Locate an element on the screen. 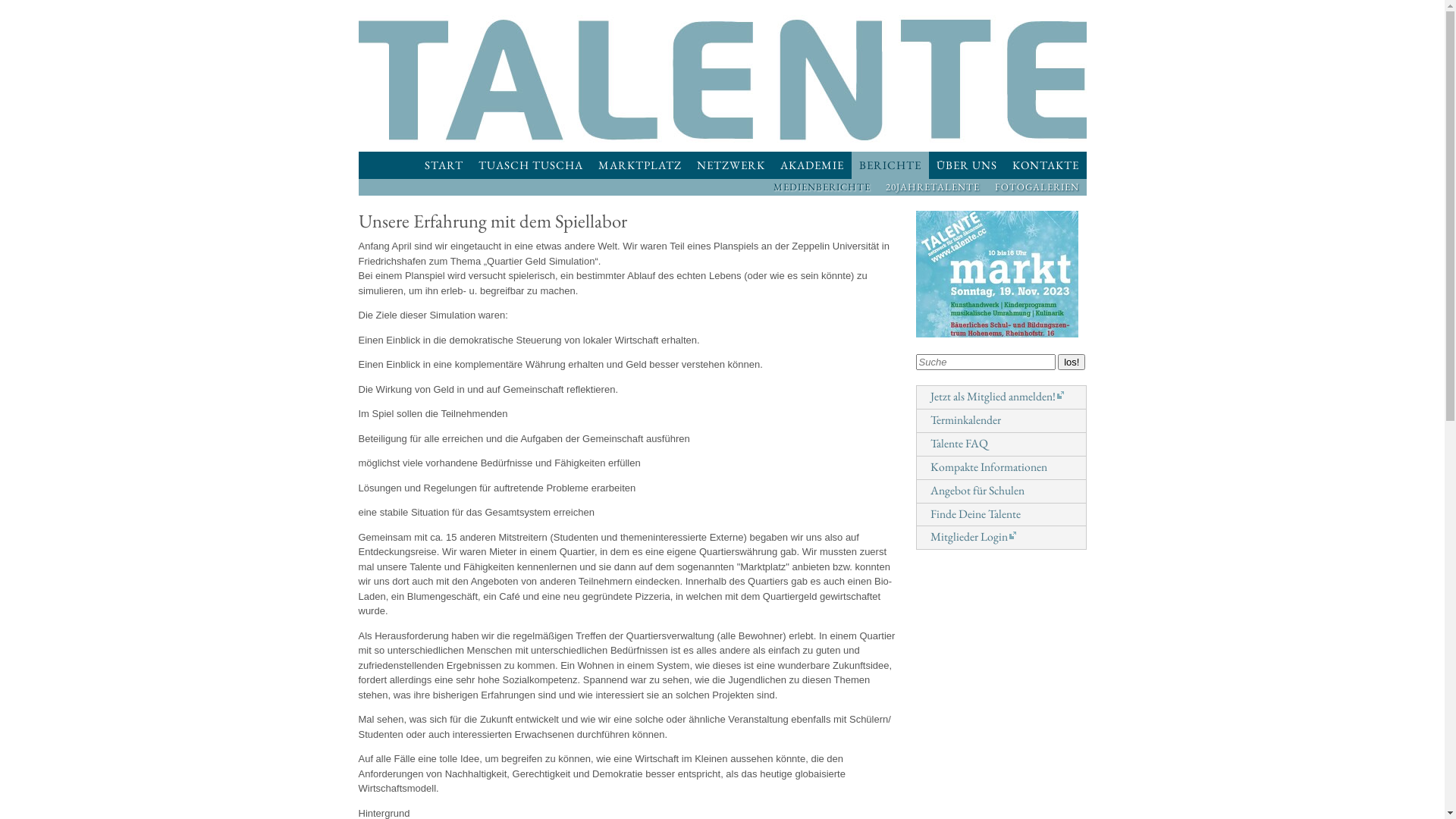 This screenshot has height=819, width=1456. 'MARKTPLATZ' is located at coordinates (639, 165).